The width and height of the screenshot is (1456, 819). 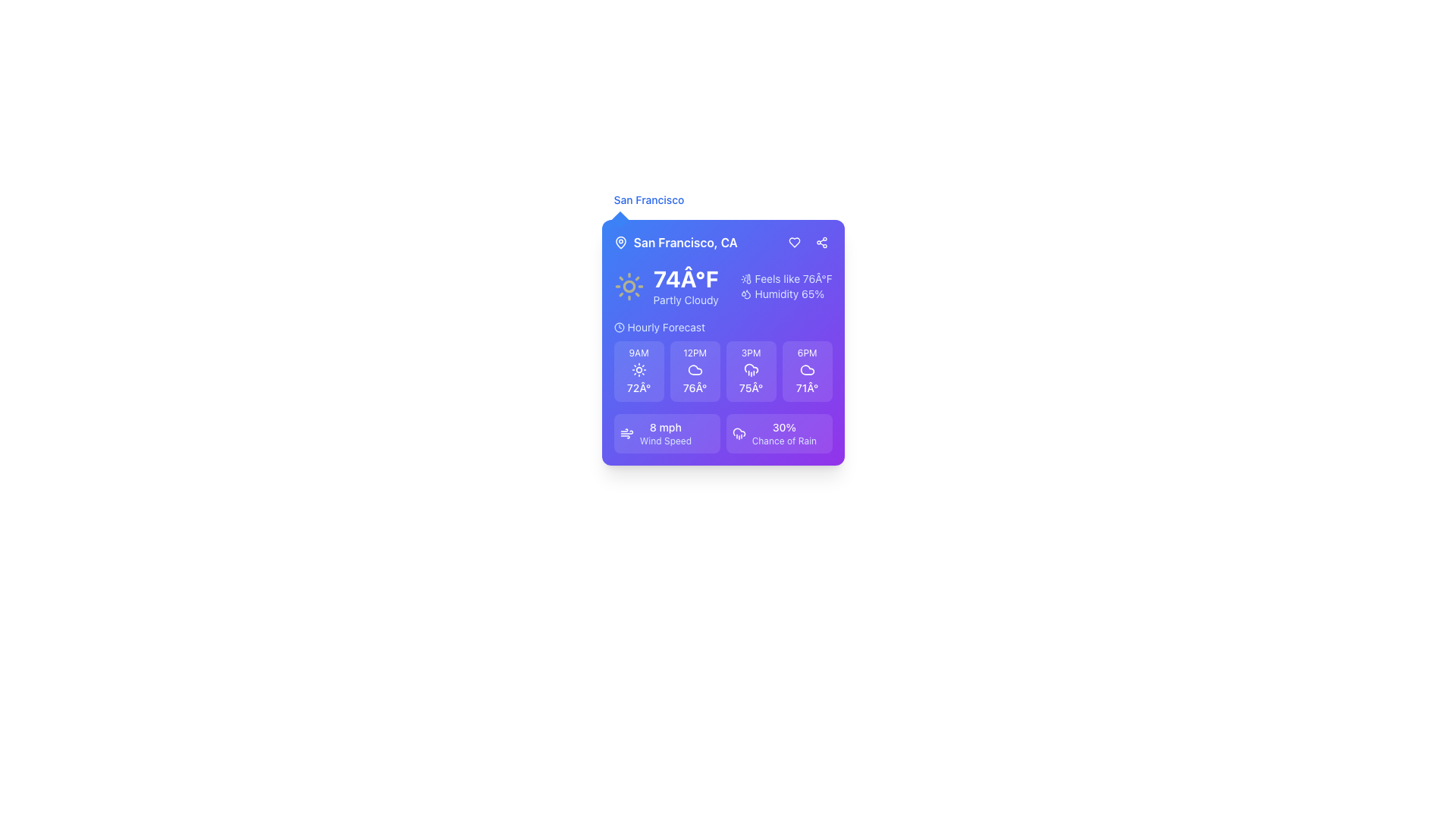 I want to click on wind speed information displayed in the Informational panel located at the bottom of the weather information card, so click(x=722, y=433).